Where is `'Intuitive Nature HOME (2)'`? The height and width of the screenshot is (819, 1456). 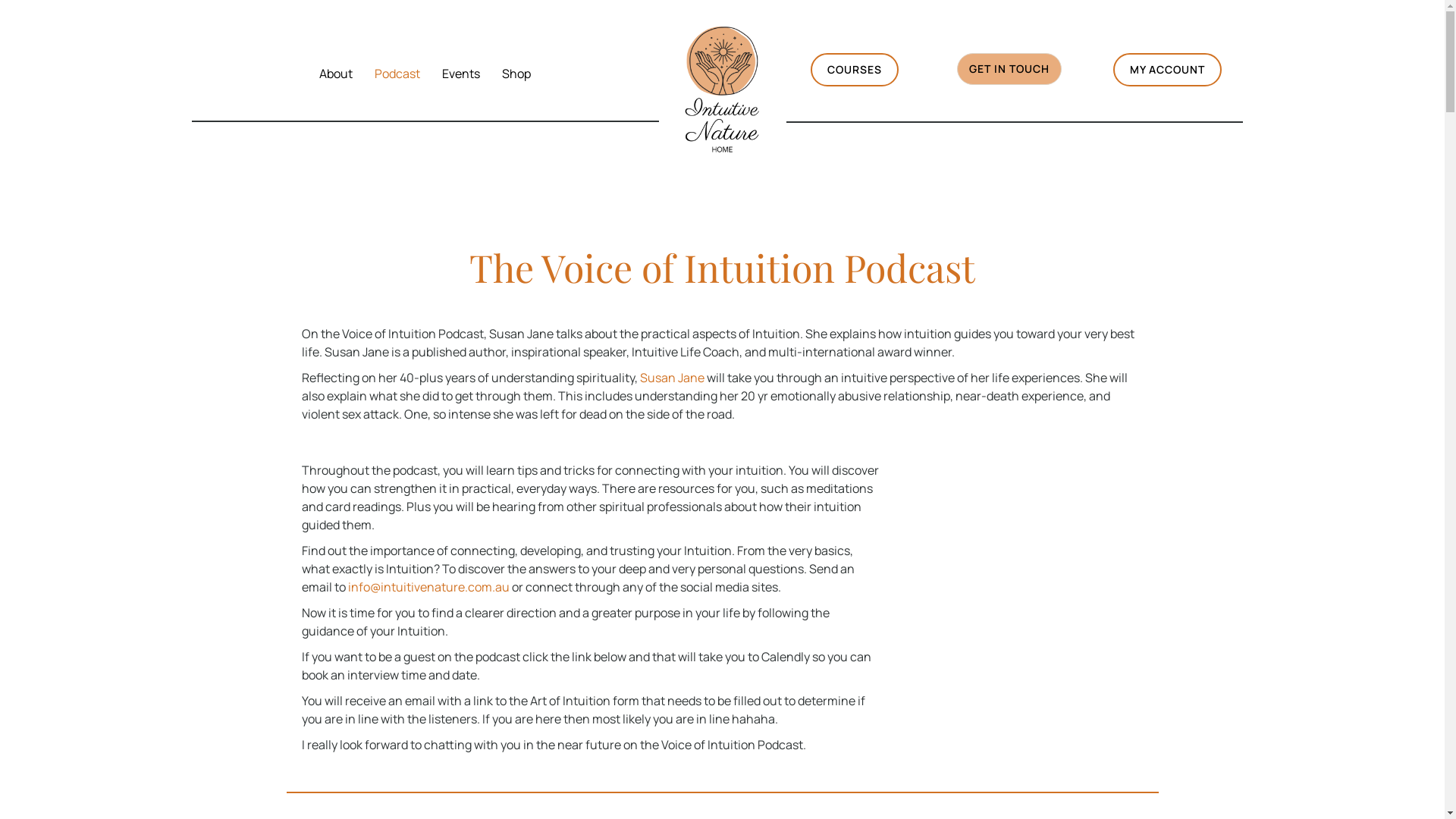 'Intuitive Nature HOME (2)' is located at coordinates (679, 88).